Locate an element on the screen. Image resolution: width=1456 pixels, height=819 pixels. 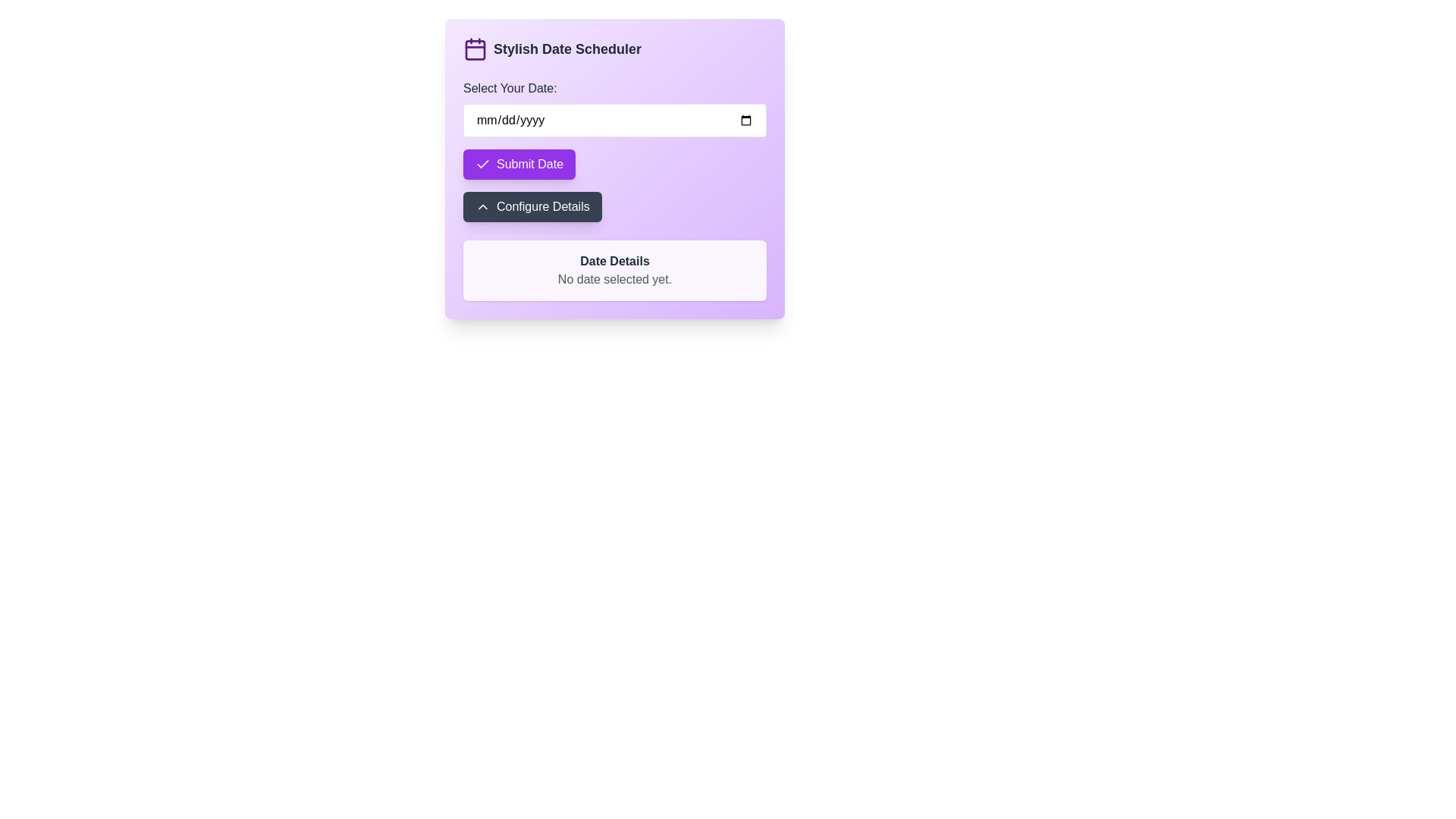
the Information display box that shows details about a selected date, currently indicating that no date has been selected is located at coordinates (615, 270).